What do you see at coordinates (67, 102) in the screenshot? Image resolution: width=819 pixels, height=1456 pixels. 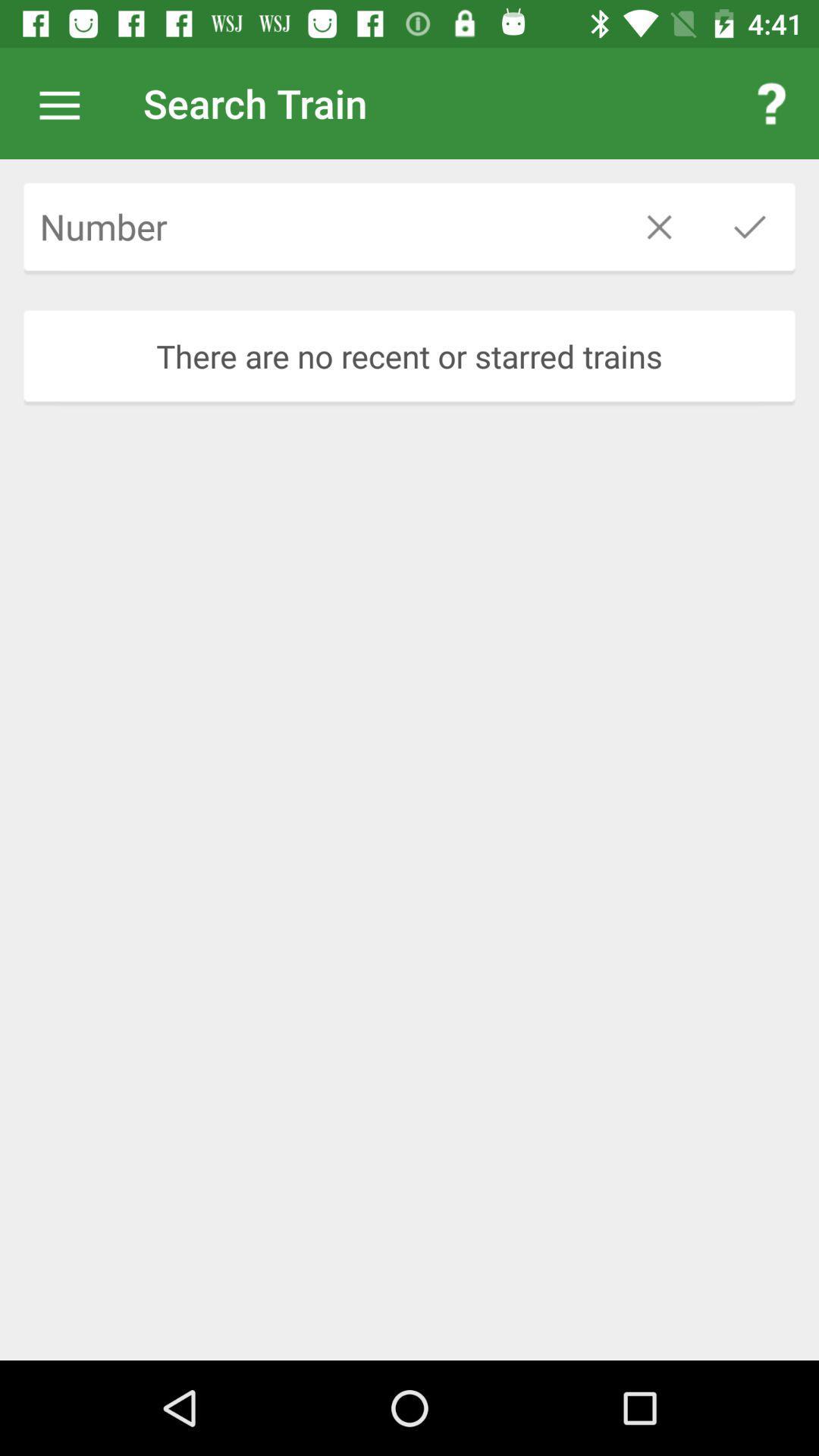 I see `pull up menu` at bounding box center [67, 102].